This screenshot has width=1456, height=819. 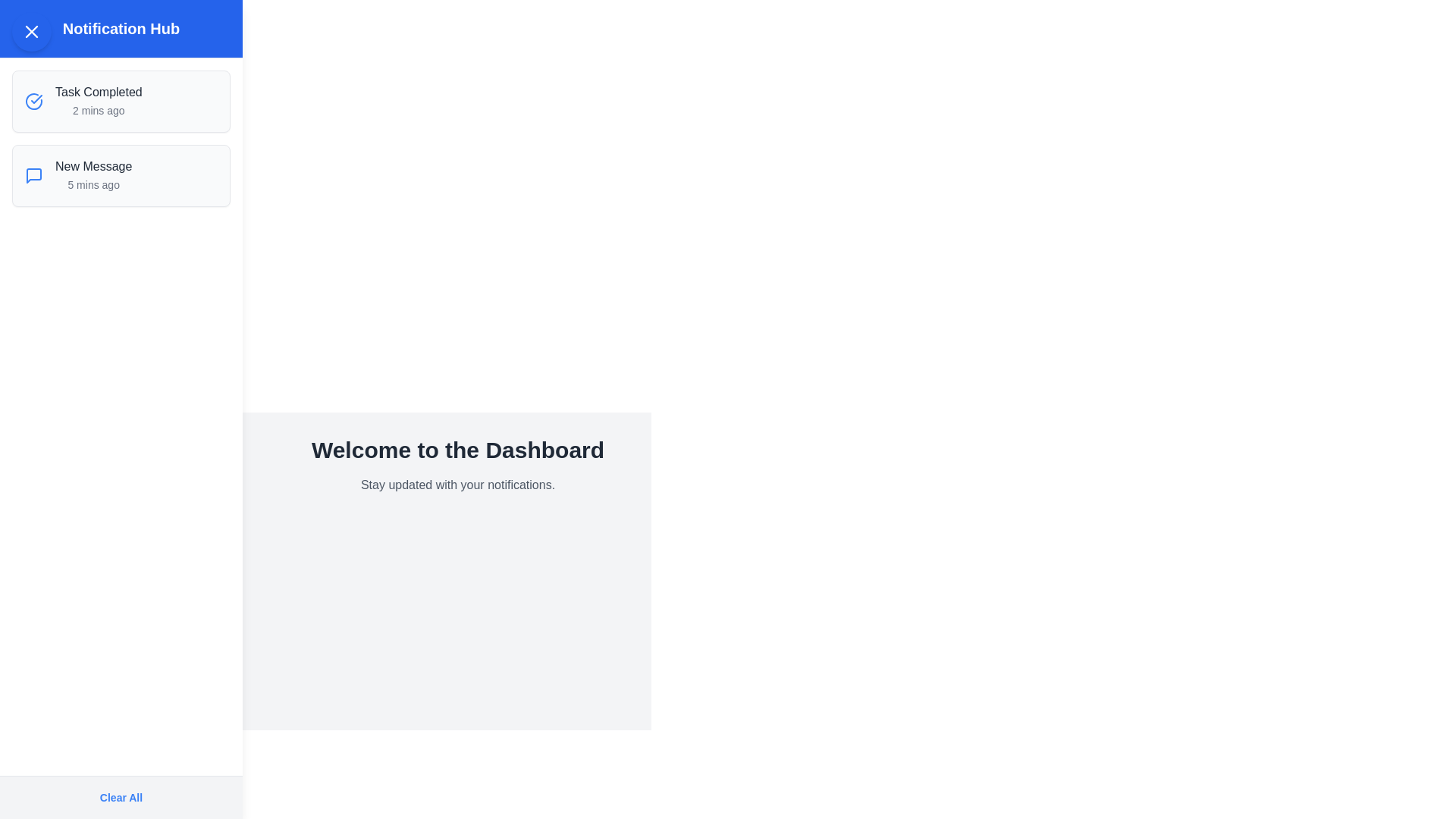 What do you see at coordinates (33, 174) in the screenshot?
I see `the speech bubble icon located to the left of the text 'New Message' in the second notification item under the 'Notification Hub' header` at bounding box center [33, 174].